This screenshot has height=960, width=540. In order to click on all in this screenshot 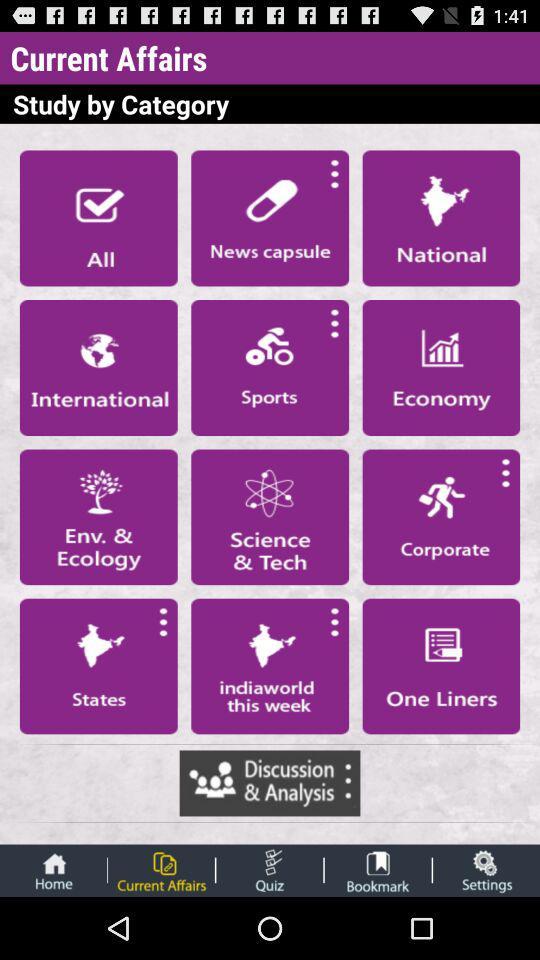, I will do `click(97, 218)`.